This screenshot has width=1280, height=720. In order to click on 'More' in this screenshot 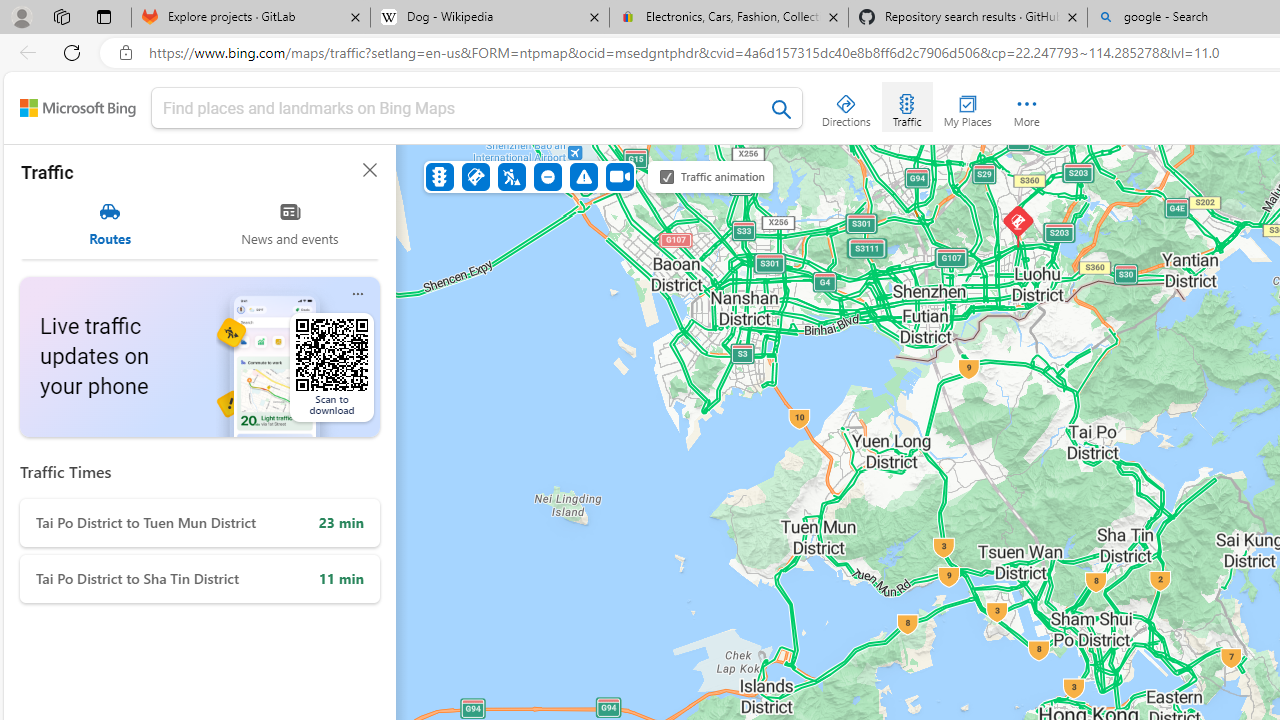, I will do `click(1026, 106)`.